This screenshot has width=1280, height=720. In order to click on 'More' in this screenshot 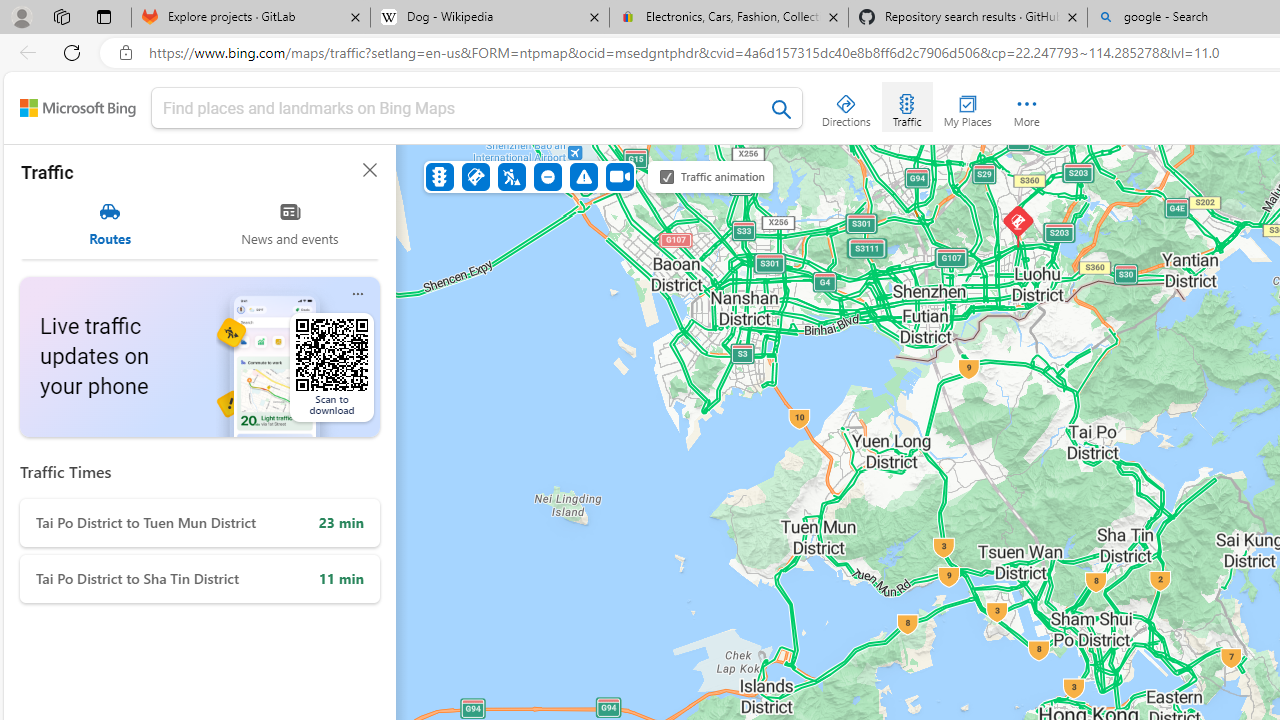, I will do `click(1026, 106)`.